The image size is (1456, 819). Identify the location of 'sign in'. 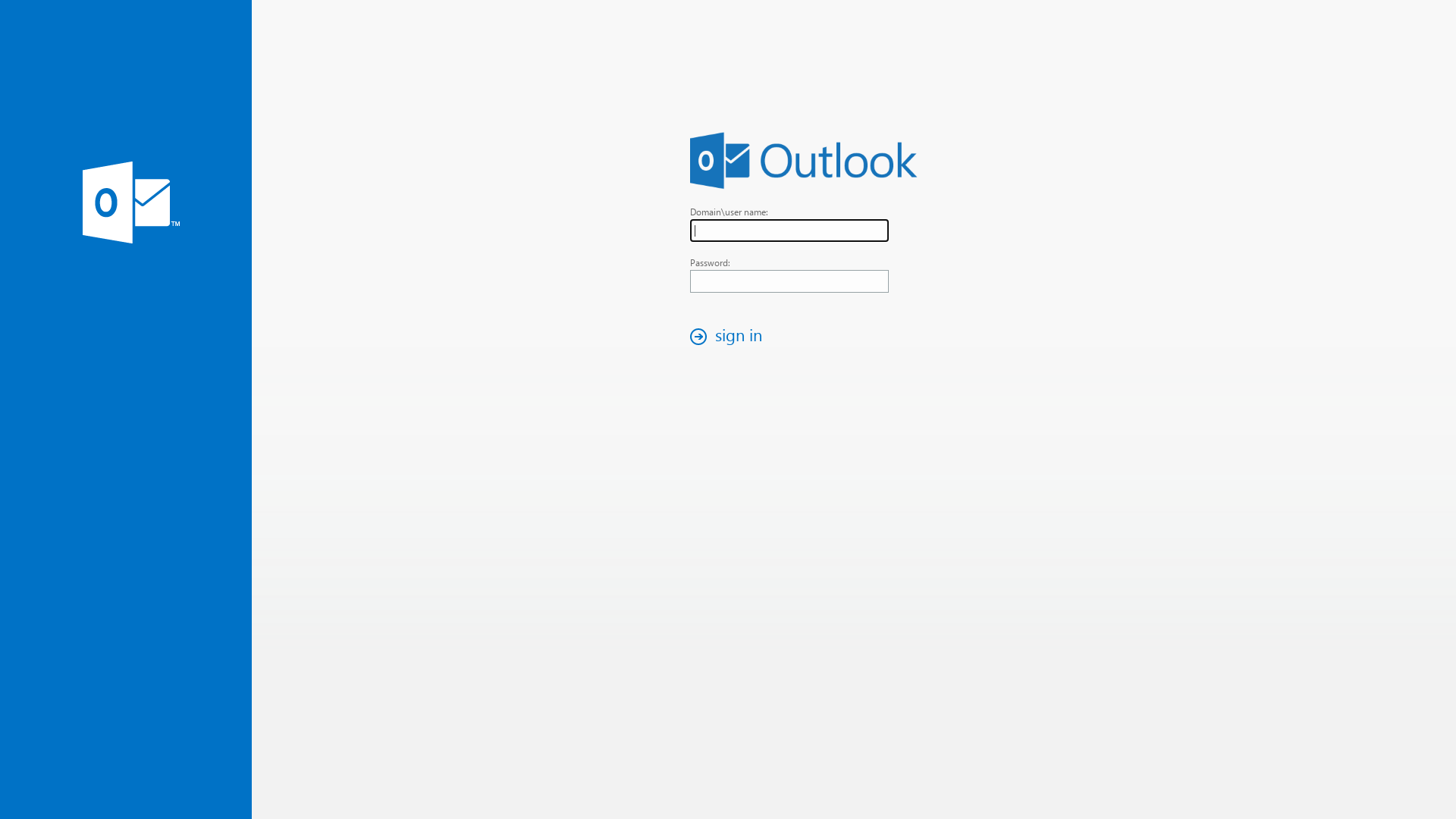
(730, 335).